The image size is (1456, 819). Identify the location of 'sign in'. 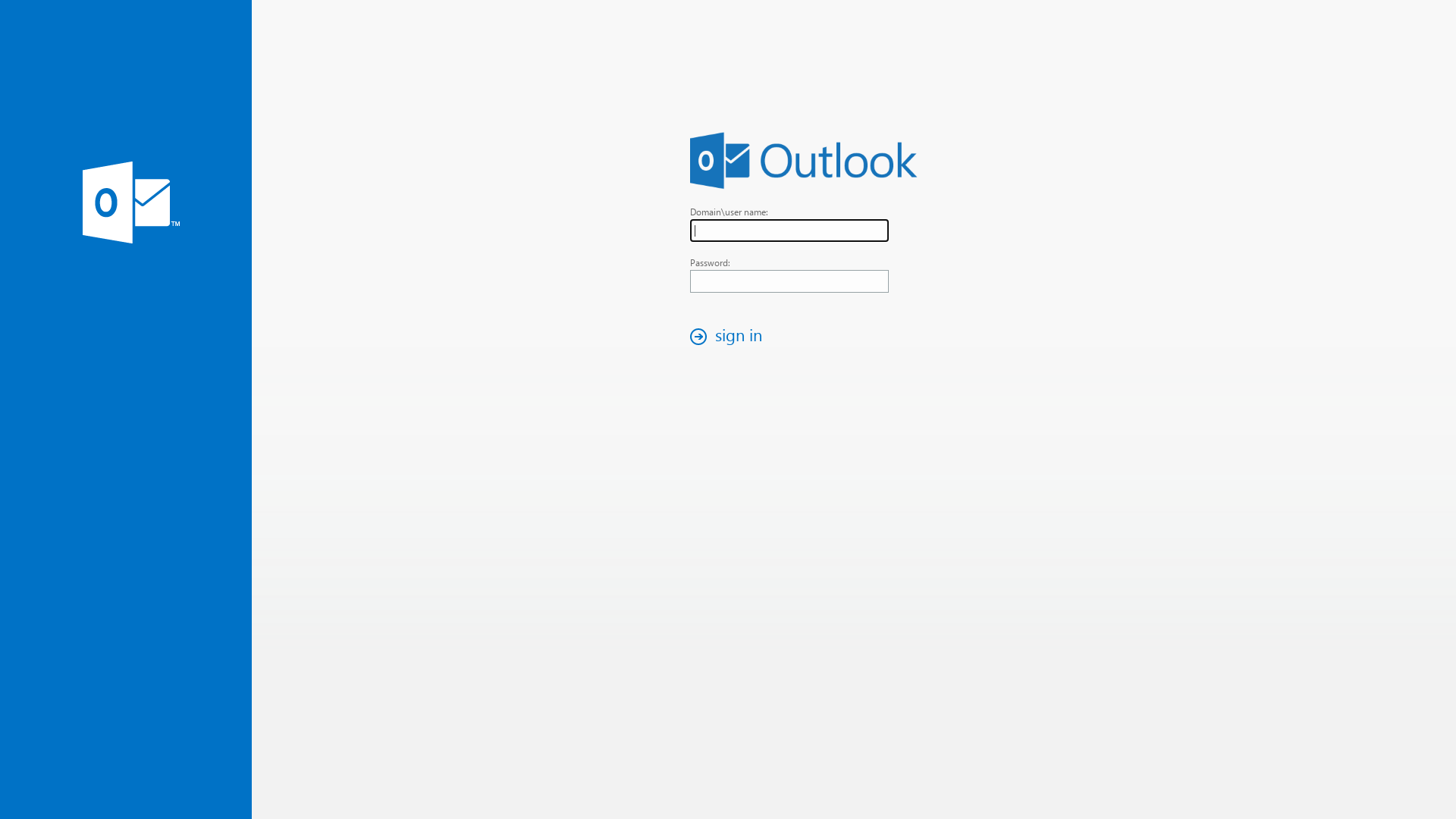
(730, 335).